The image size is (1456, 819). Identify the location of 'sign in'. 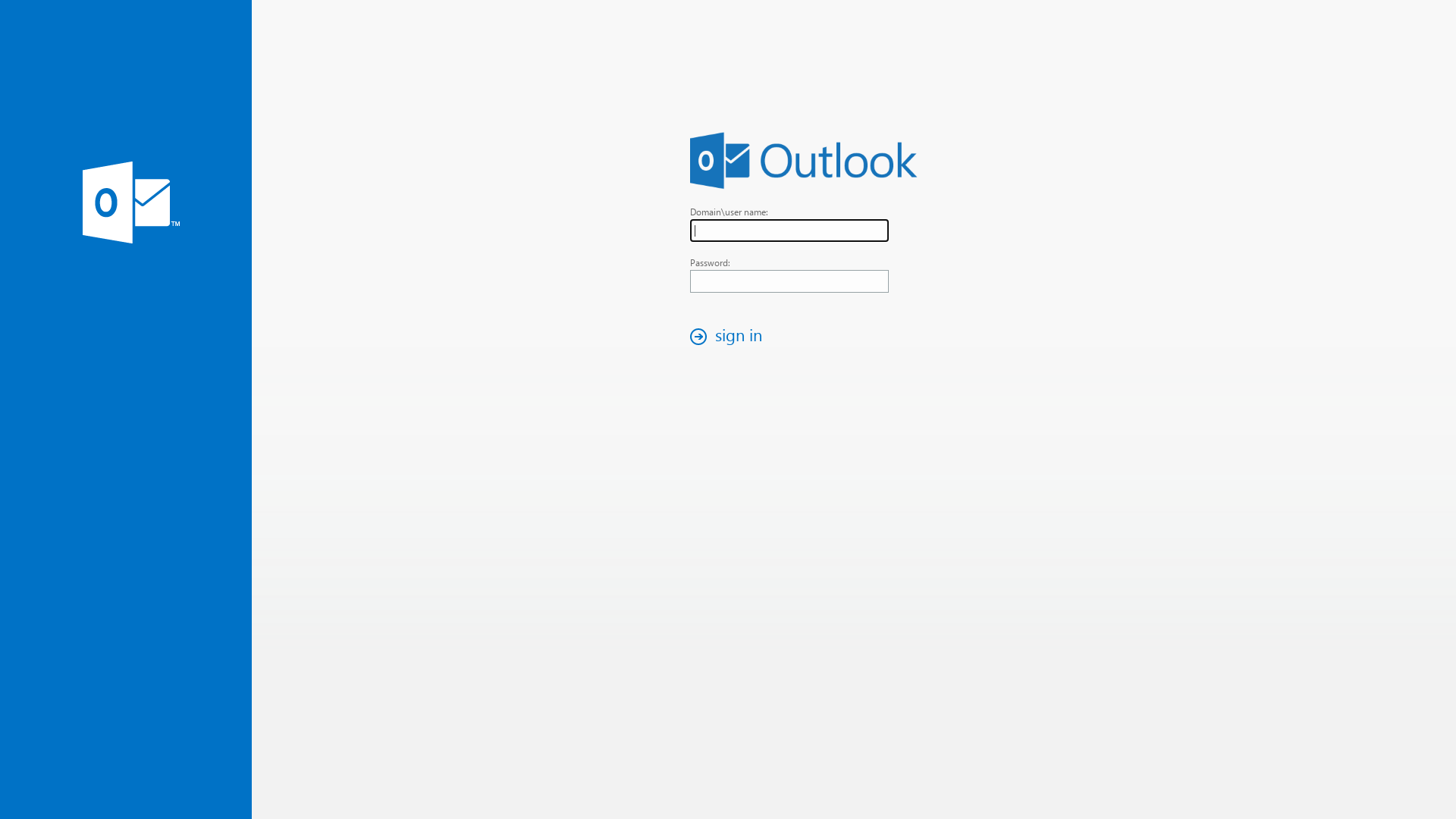
(730, 335).